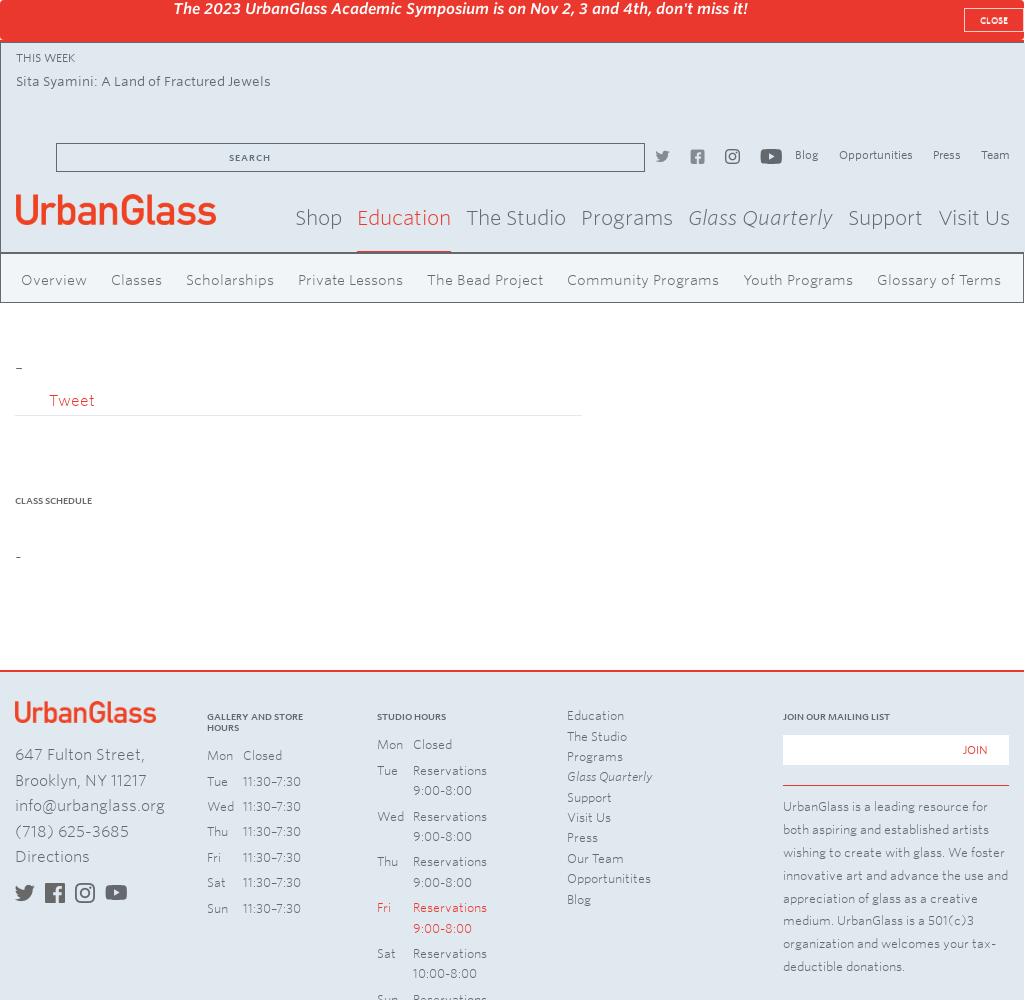  What do you see at coordinates (79, 767) in the screenshot?
I see `'647 Fulton Street, Brooklyn, NY 11217'` at bounding box center [79, 767].